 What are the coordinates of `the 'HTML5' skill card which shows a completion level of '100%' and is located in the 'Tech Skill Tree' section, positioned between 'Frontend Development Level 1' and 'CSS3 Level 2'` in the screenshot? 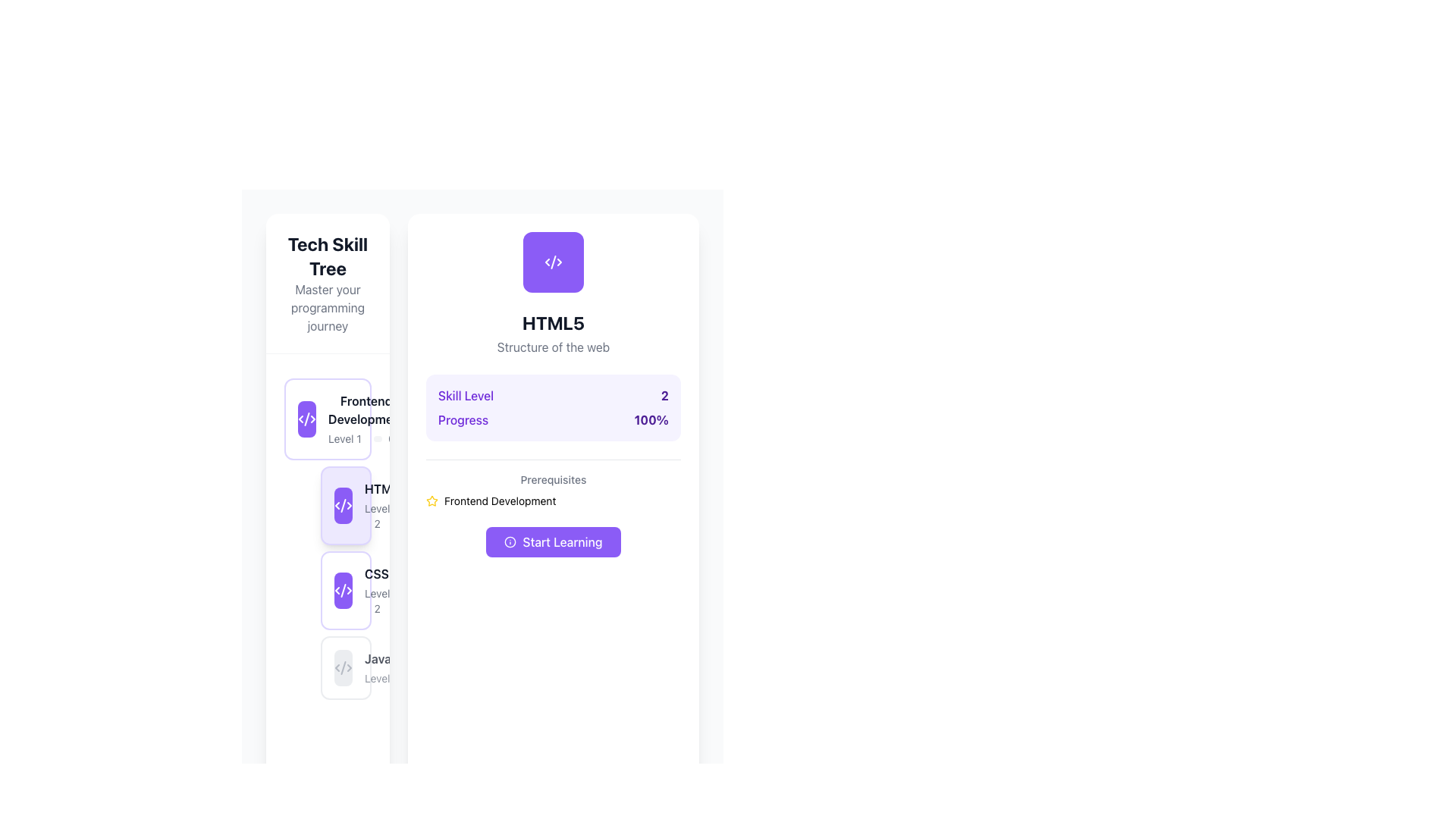 It's located at (327, 506).